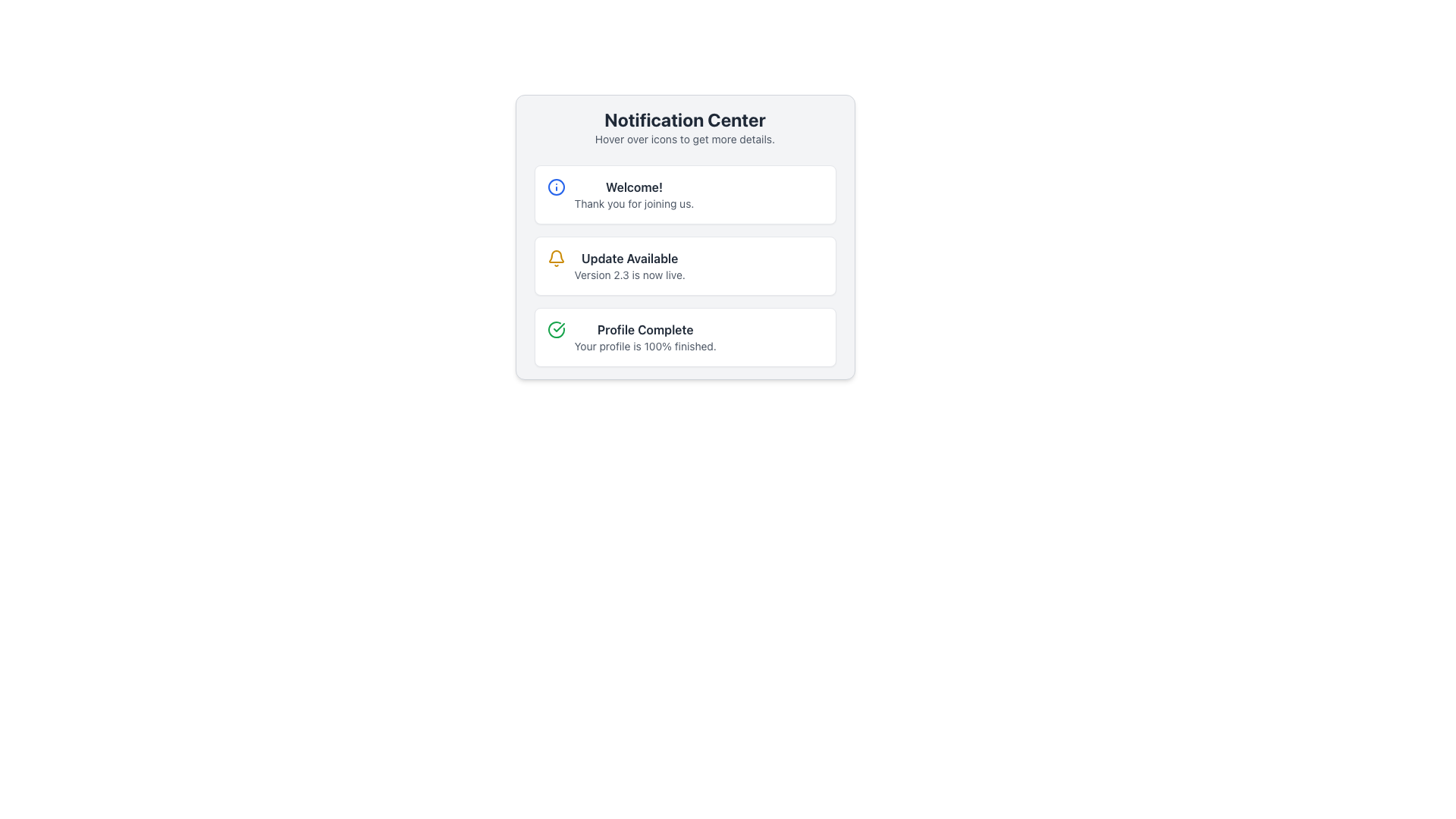 This screenshot has width=1456, height=819. Describe the element at coordinates (555, 257) in the screenshot. I see `the notification icon representing the 'Update Available' alert, located at the beginning of the second notification card titled 'Update Available'` at that location.